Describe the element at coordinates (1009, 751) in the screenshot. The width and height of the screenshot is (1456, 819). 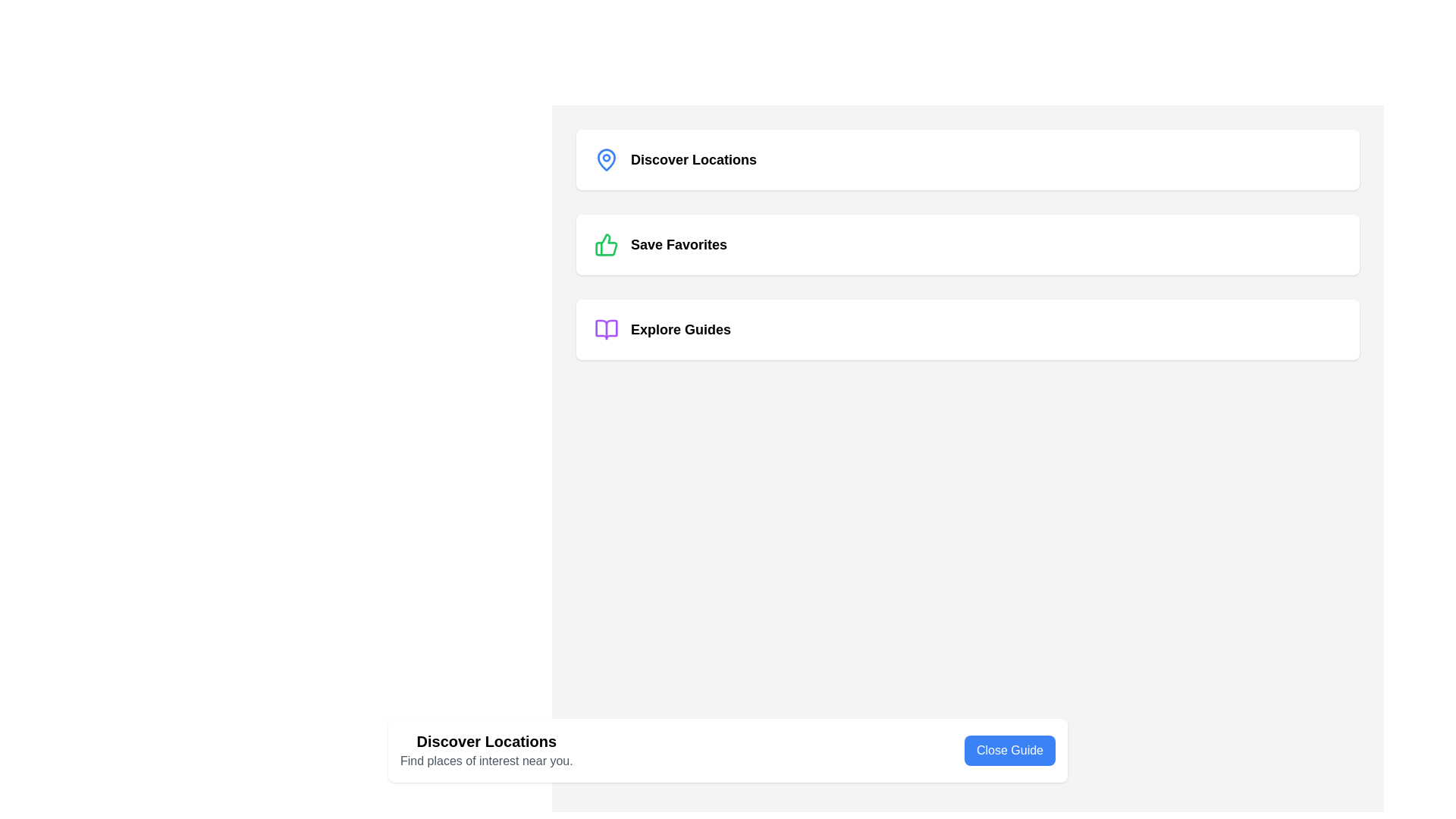
I see `the 'Close Guide' button with a blue background and white text` at that location.